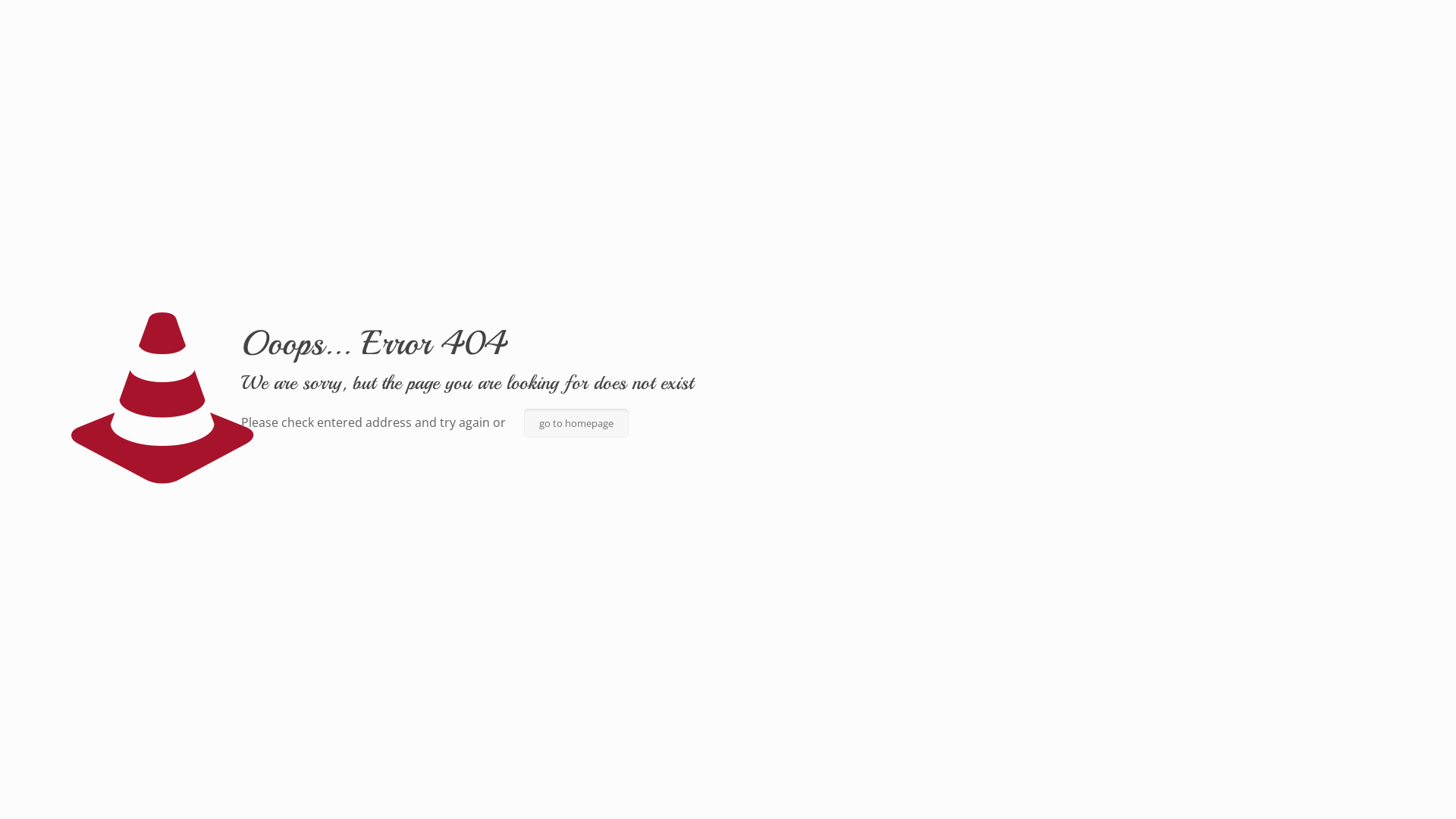 The height and width of the screenshot is (819, 1456). Describe the element at coordinates (524, 423) in the screenshot. I see `'go to homepage'` at that location.